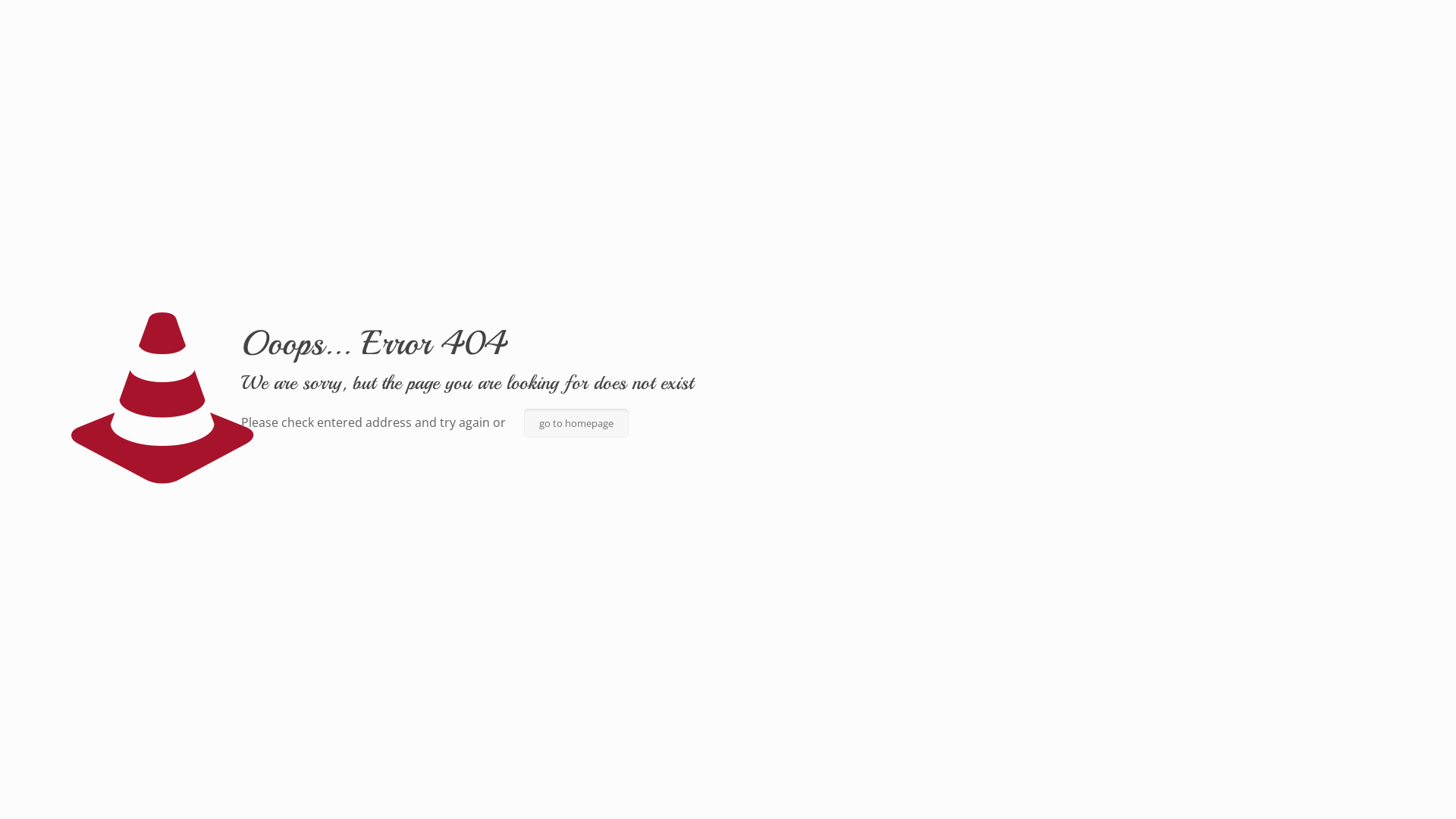 The height and width of the screenshot is (819, 1456). Describe the element at coordinates (524, 423) in the screenshot. I see `'go to homepage'` at that location.